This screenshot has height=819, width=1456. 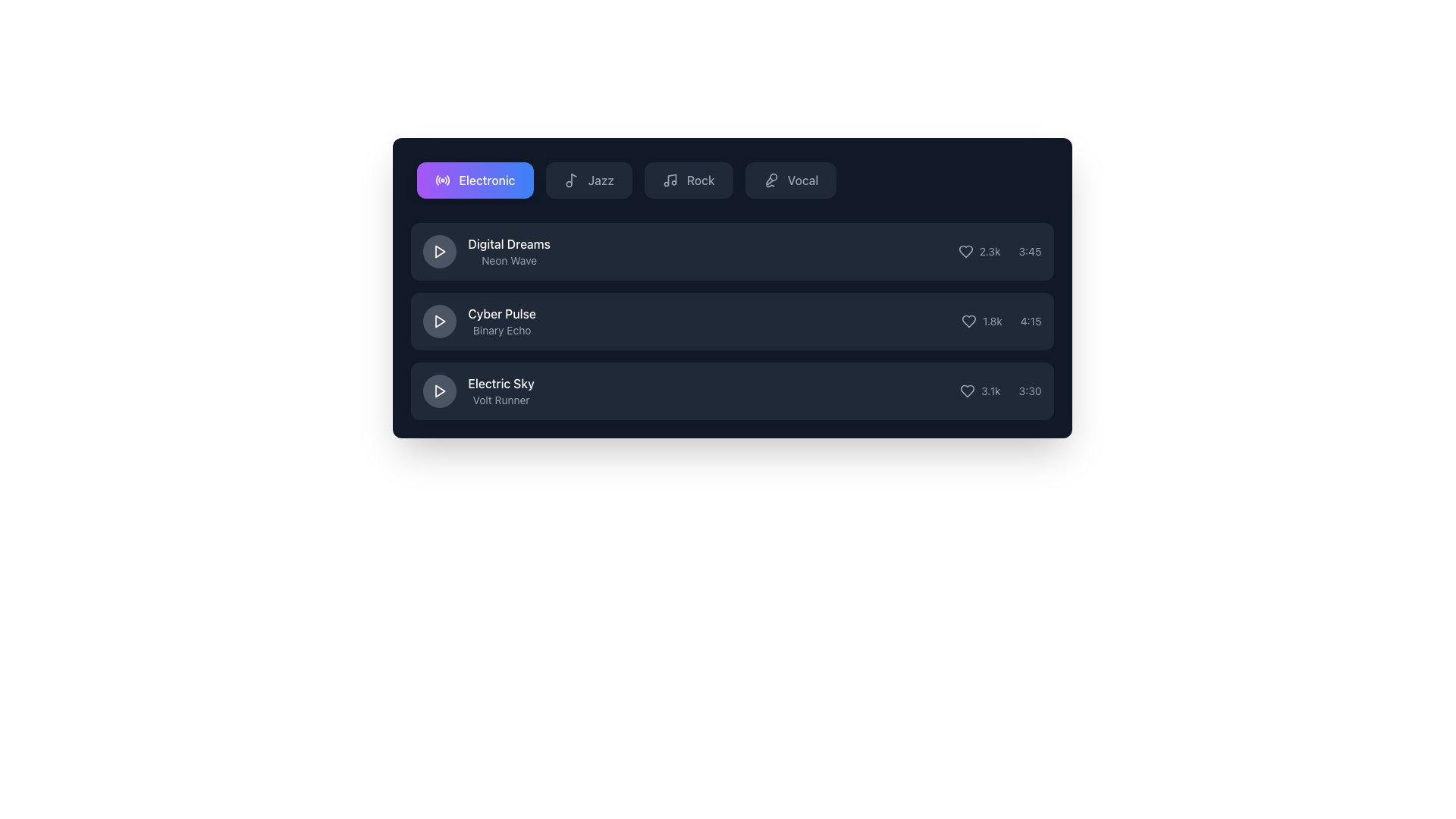 What do you see at coordinates (990, 391) in the screenshot?
I see `numeric text value '3.1k' displayed to the right of the heart icon for the song 'Electric Sky' by 'Volt Runner'` at bounding box center [990, 391].